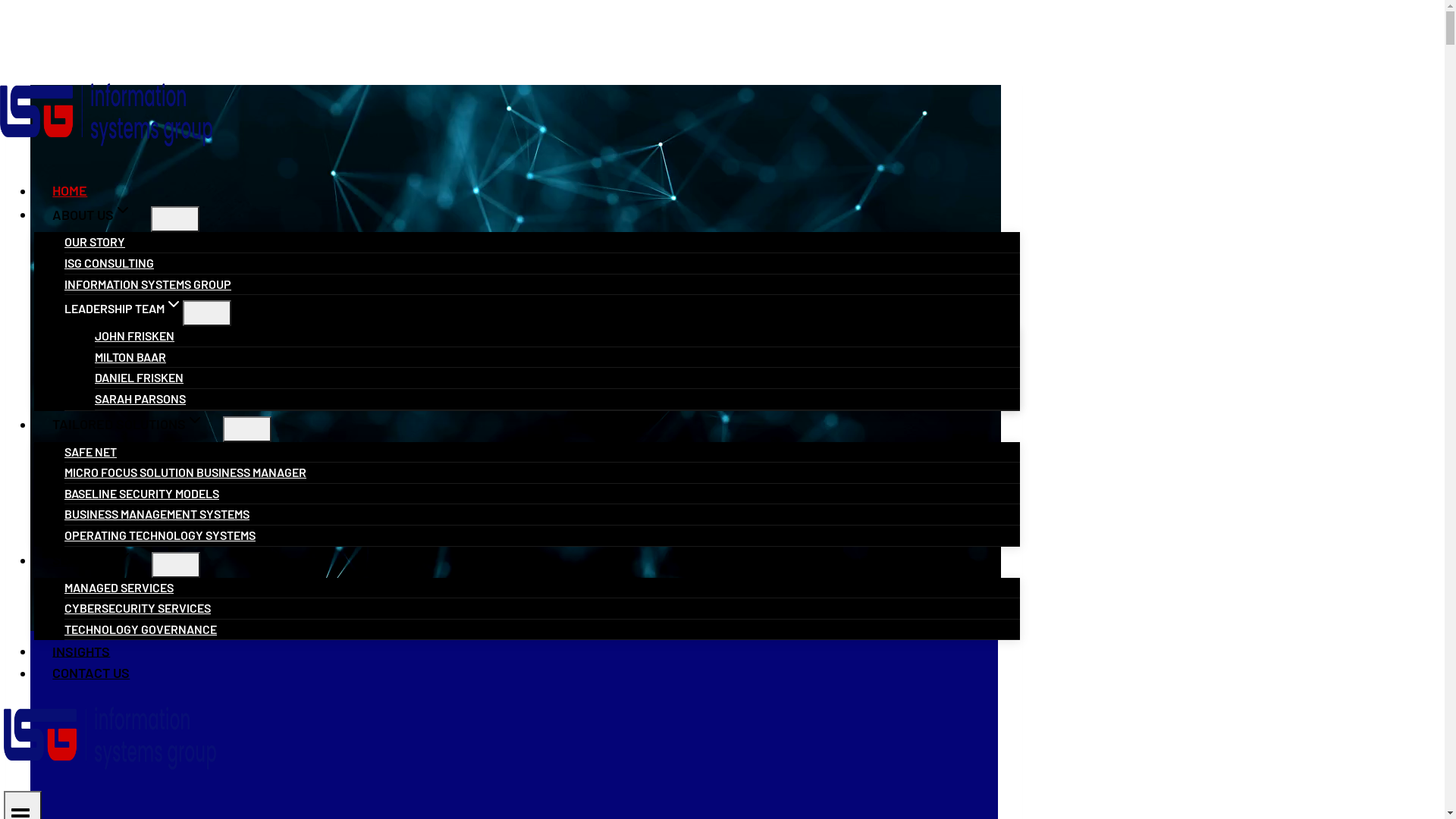 This screenshot has height=819, width=1456. I want to click on 'MILTON BAAR', so click(93, 356).